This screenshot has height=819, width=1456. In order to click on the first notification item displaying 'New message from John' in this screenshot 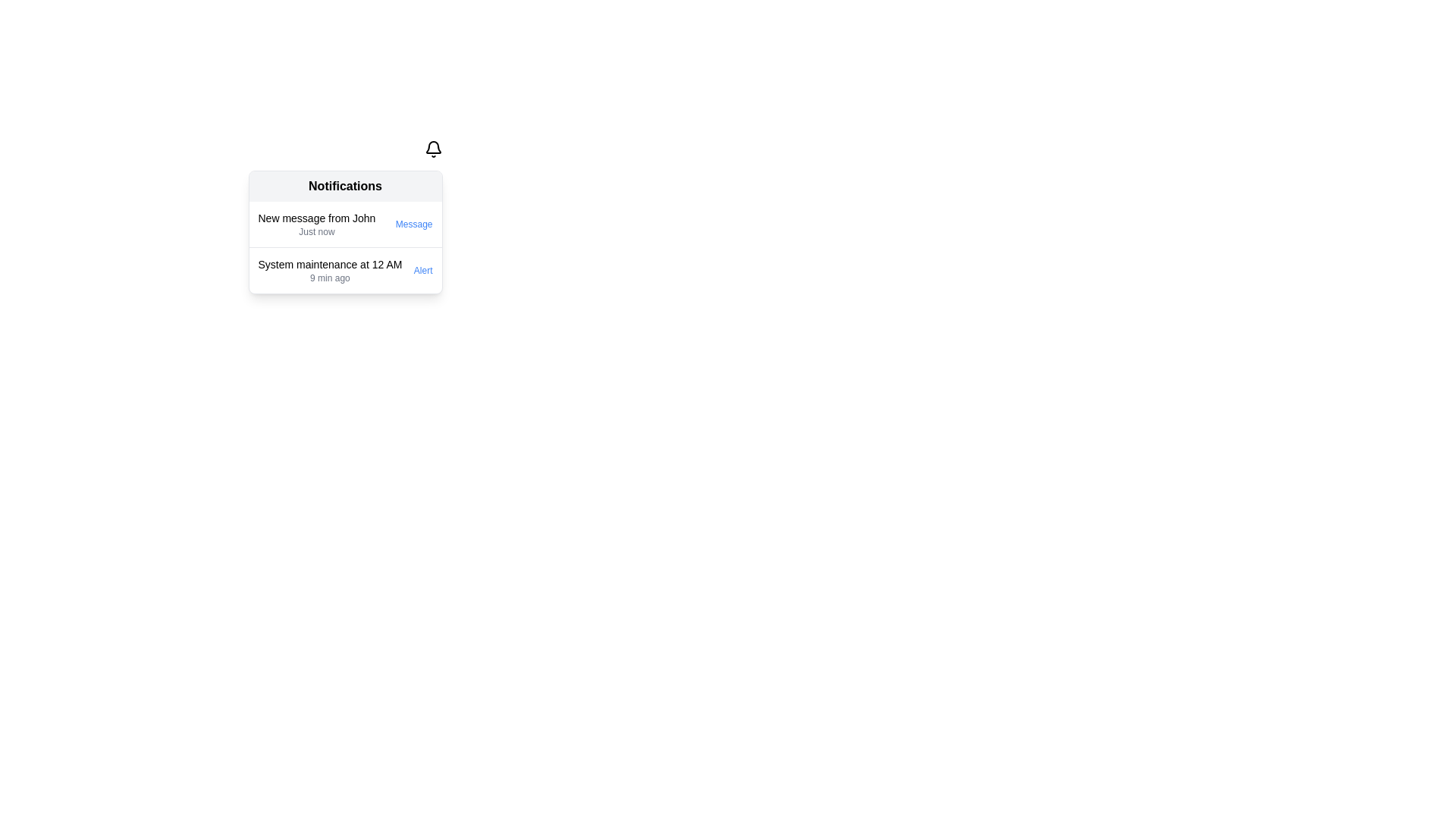, I will do `click(315, 224)`.